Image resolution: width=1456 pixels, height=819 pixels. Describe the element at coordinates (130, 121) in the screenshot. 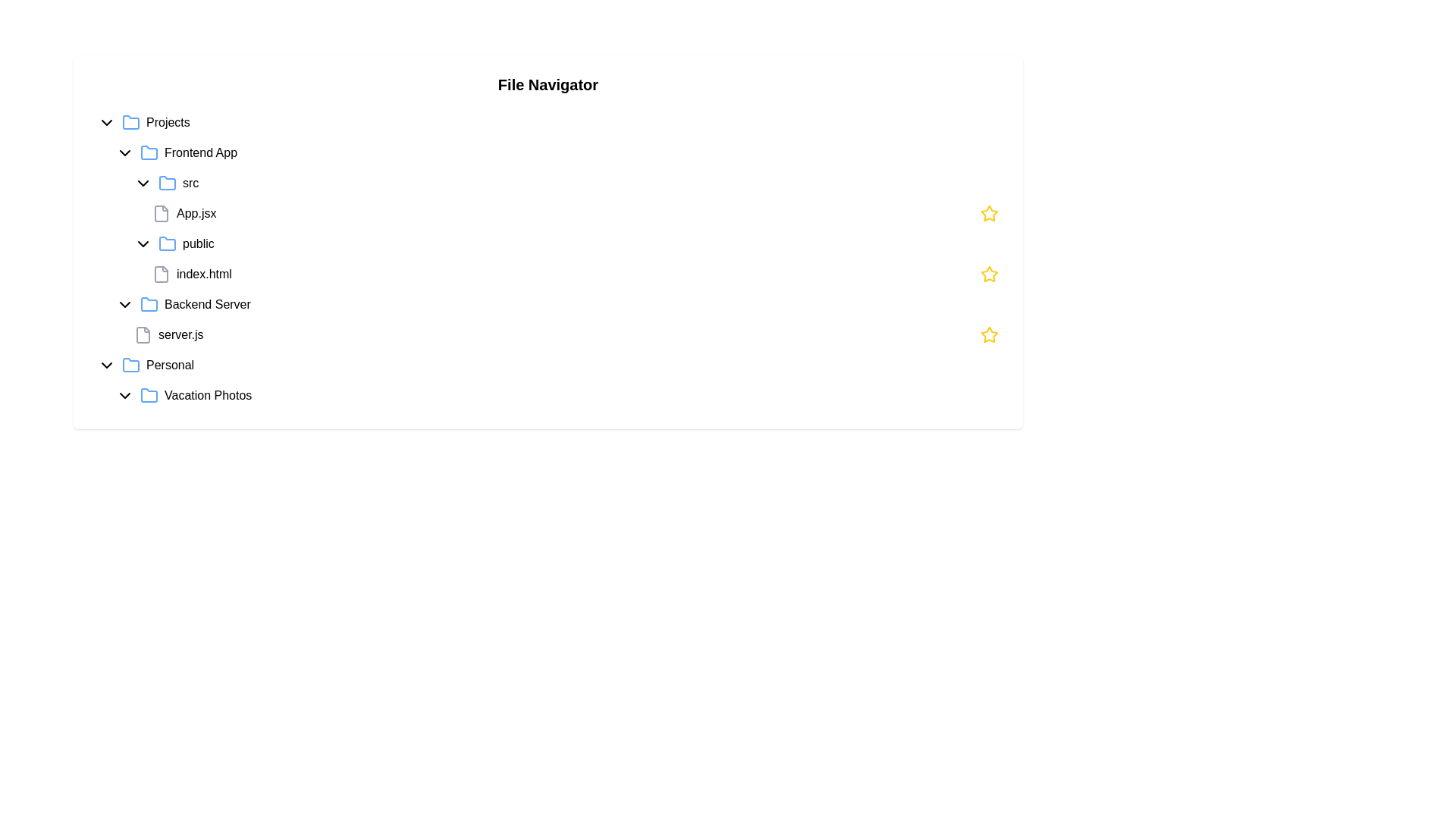

I see `the blue folder icon representing the 'Projects' folder` at that location.